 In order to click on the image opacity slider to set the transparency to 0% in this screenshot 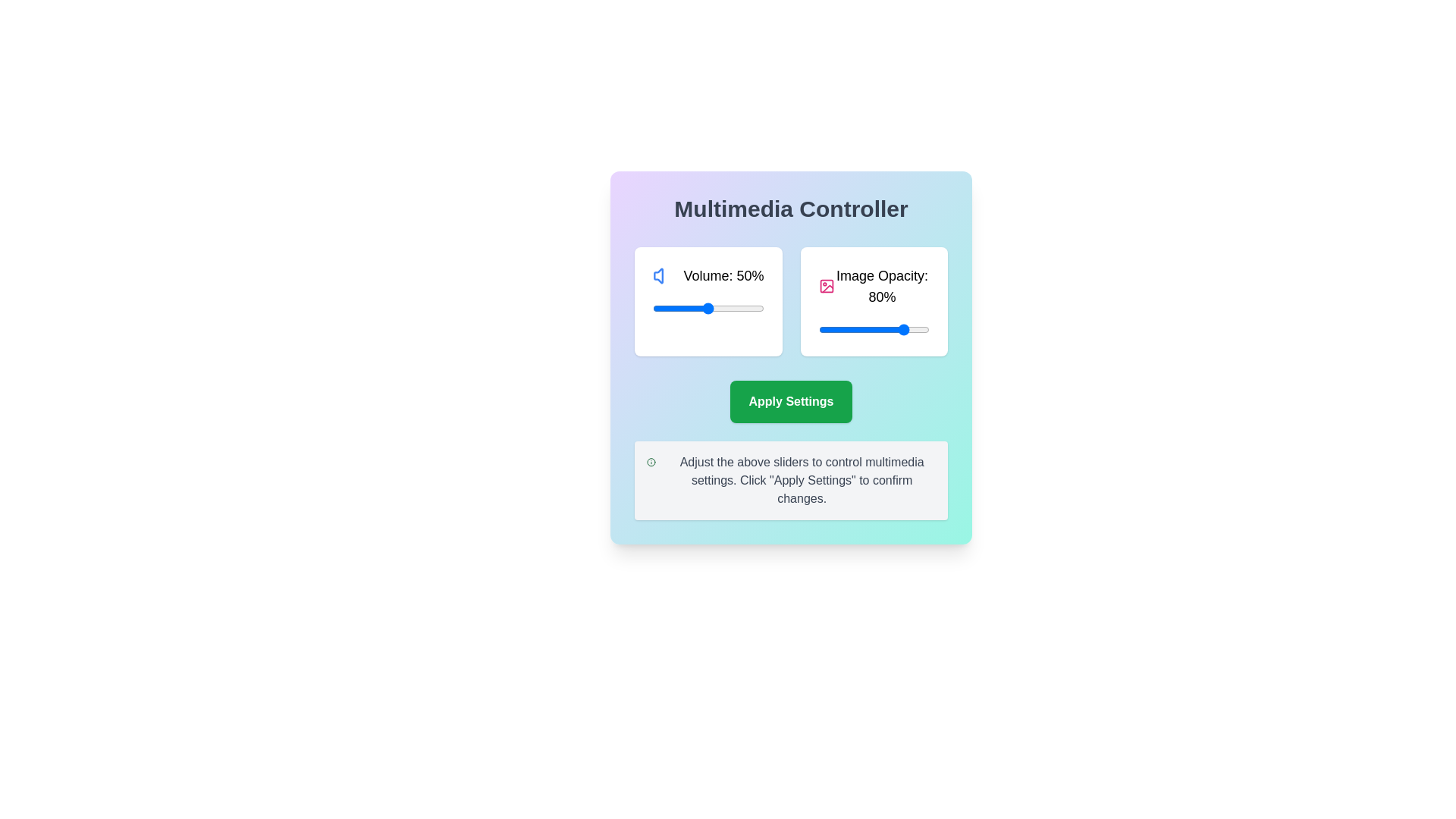, I will do `click(817, 329)`.